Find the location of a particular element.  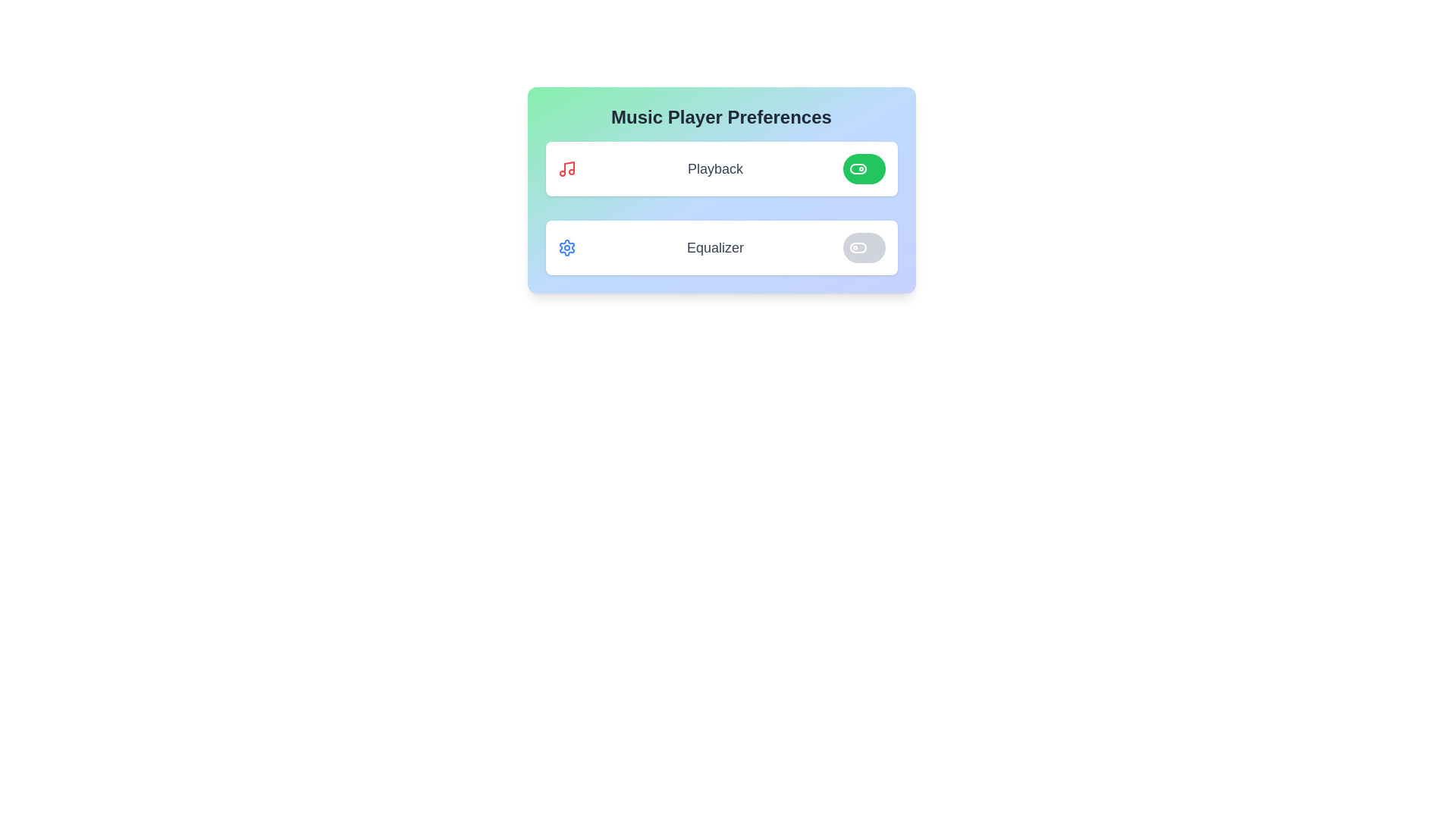

the gear-shaped icon with a blue outline located to the left of the 'Equalizer' text label in the music settings panel is located at coordinates (566, 247).